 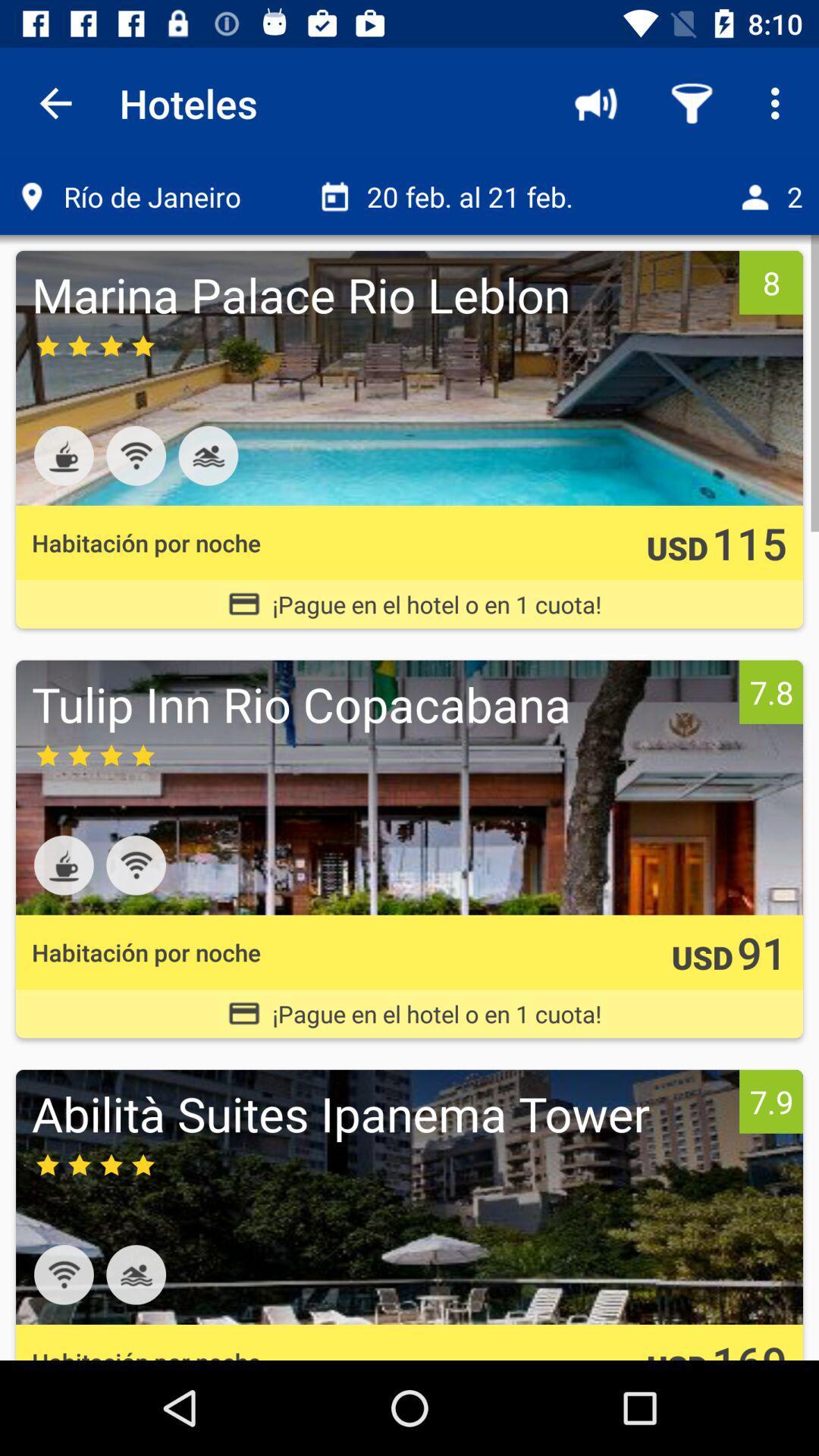 What do you see at coordinates (762, 951) in the screenshot?
I see `the item next to the usd icon` at bounding box center [762, 951].